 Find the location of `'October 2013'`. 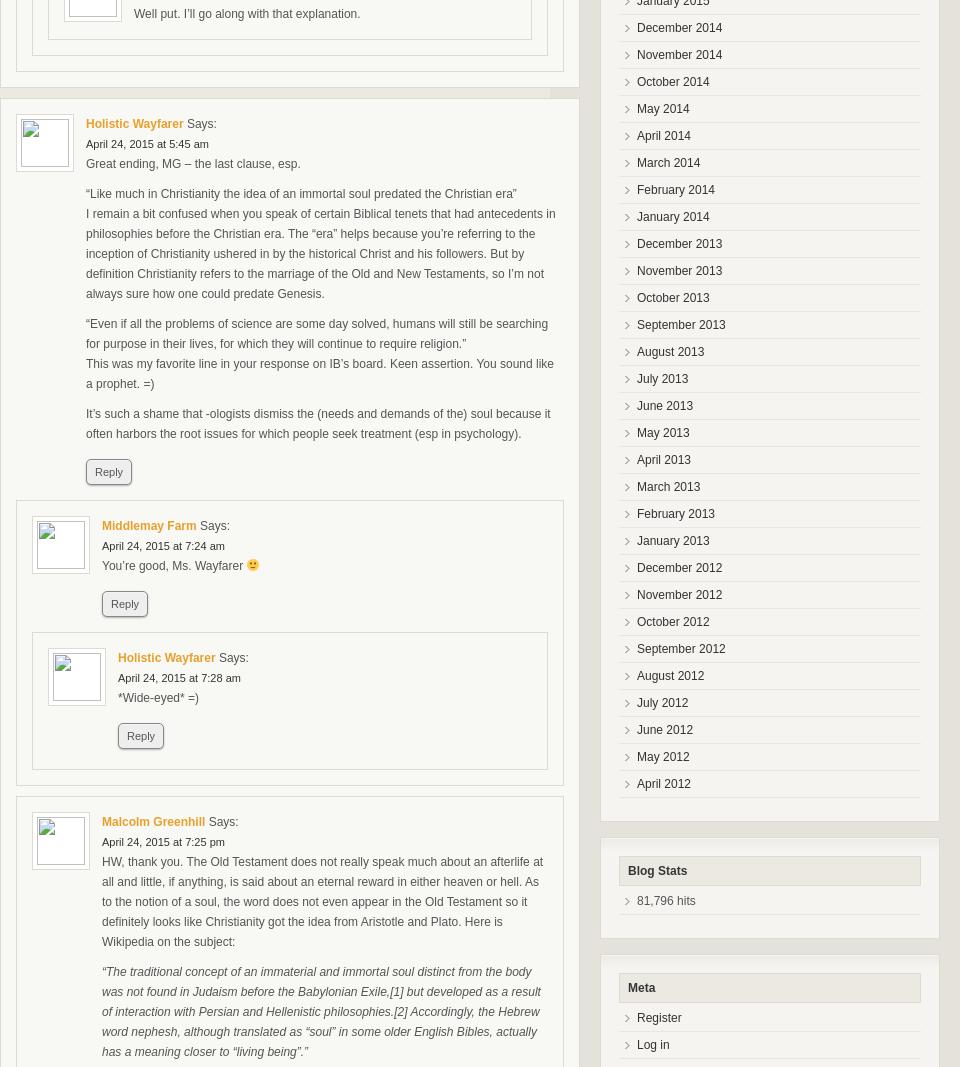

'October 2013' is located at coordinates (672, 298).